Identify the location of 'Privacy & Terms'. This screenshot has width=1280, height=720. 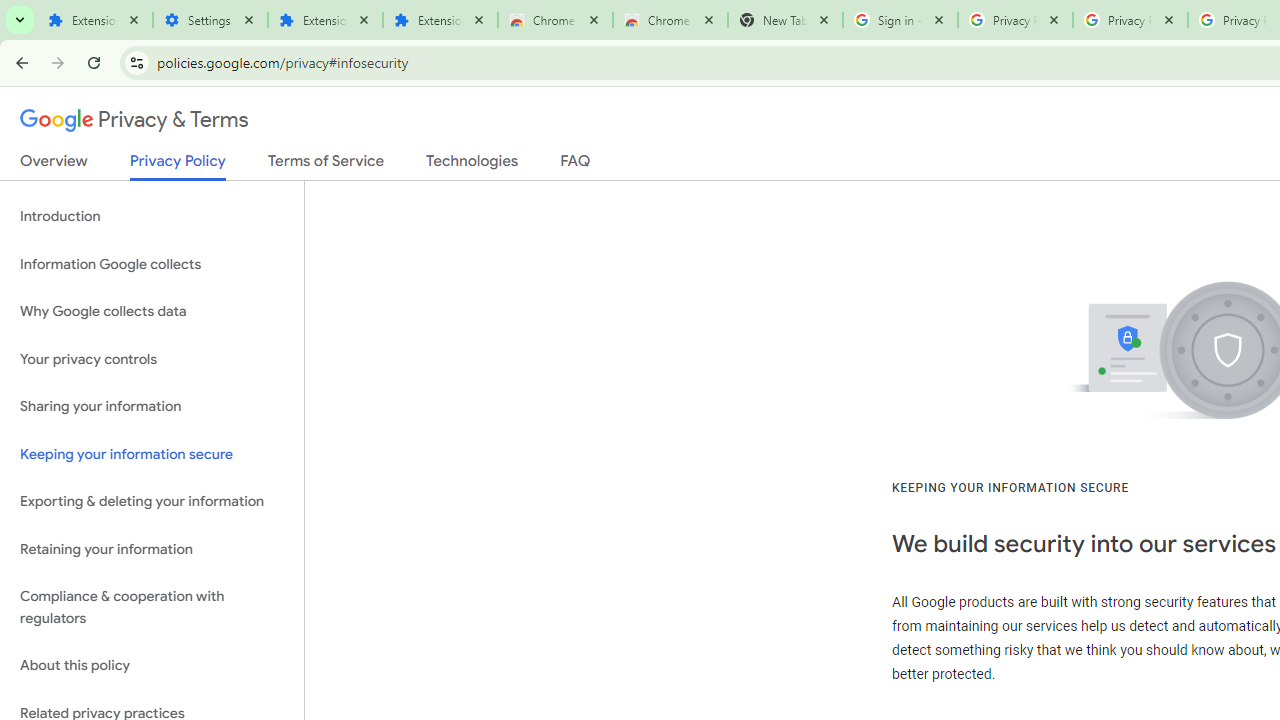
(134, 120).